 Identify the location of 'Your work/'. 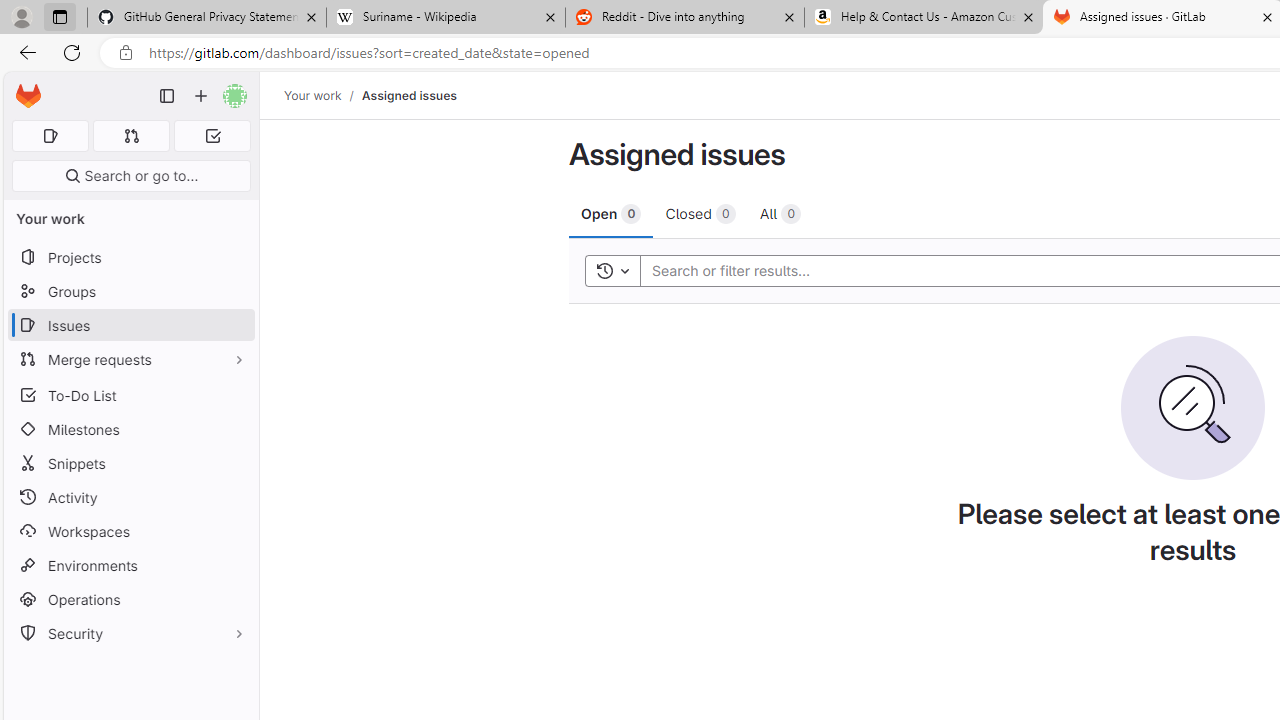
(323, 95).